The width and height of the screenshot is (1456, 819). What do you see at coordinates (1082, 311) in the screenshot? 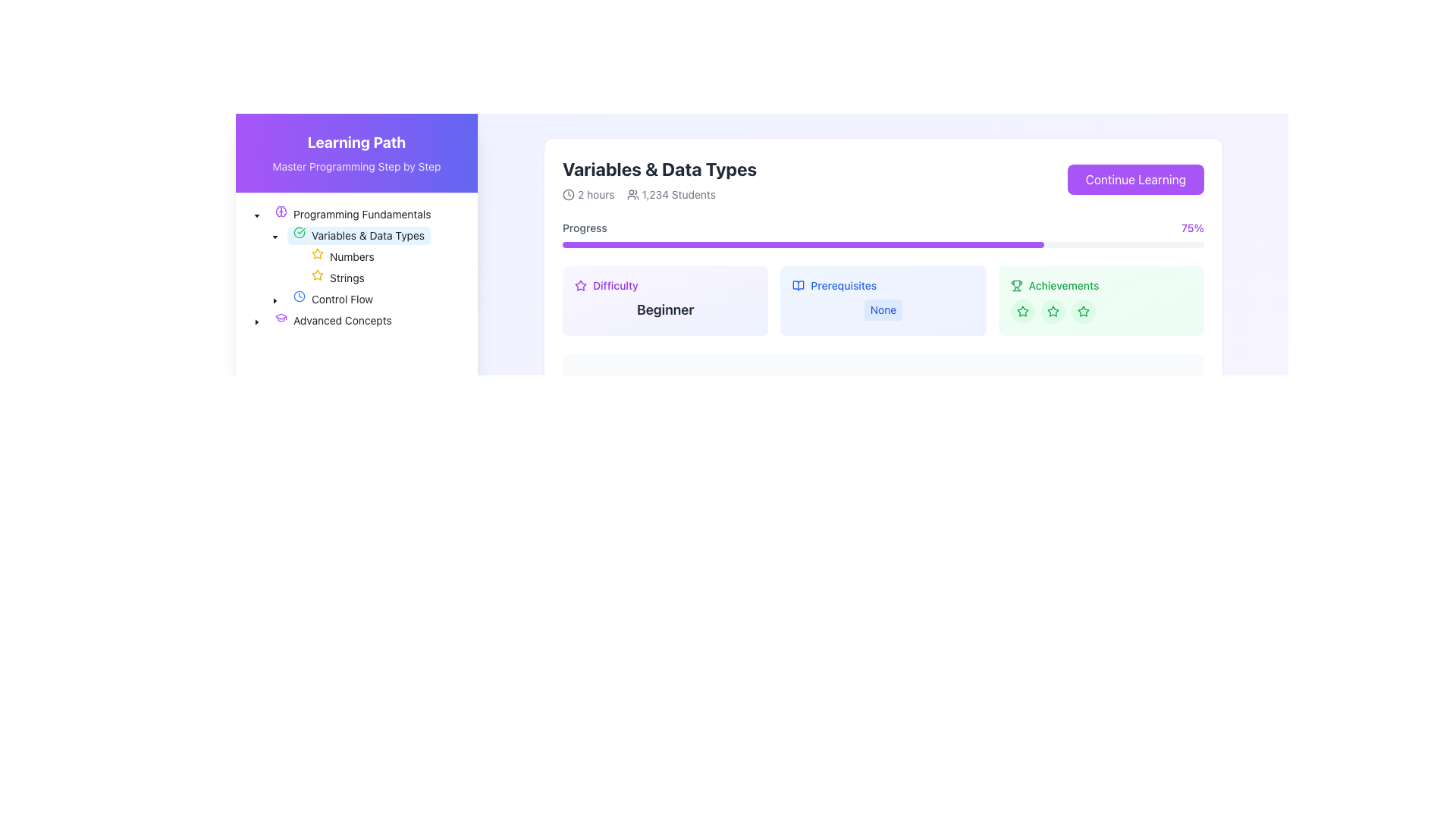
I see `the third circular green icon with a star inside it, located in the 'Achievements' section on the right side of the interface` at bounding box center [1082, 311].